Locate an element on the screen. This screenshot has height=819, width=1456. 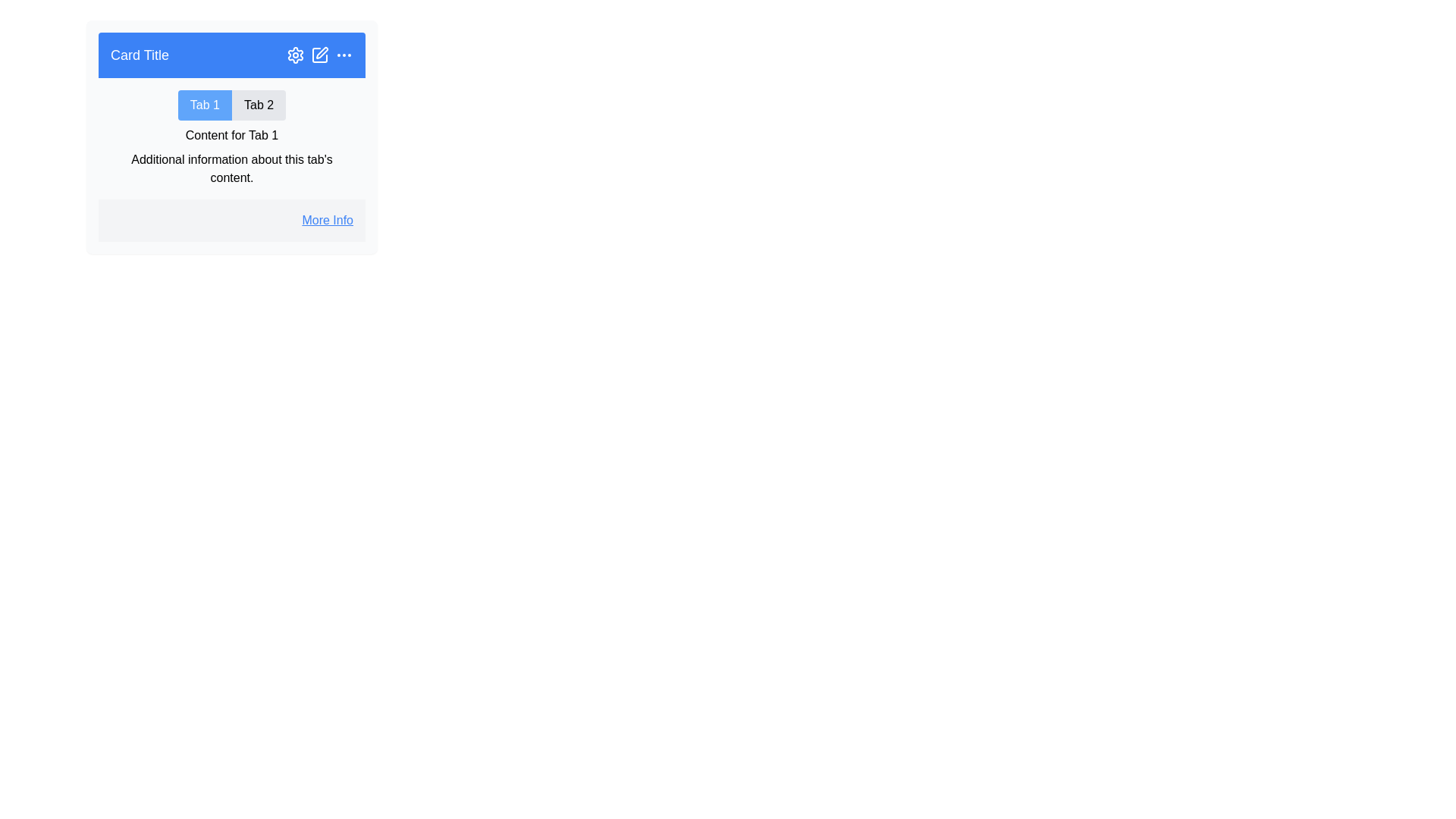
the edit icon located in the top-right corner of the 'Card Title' header is located at coordinates (319, 55).